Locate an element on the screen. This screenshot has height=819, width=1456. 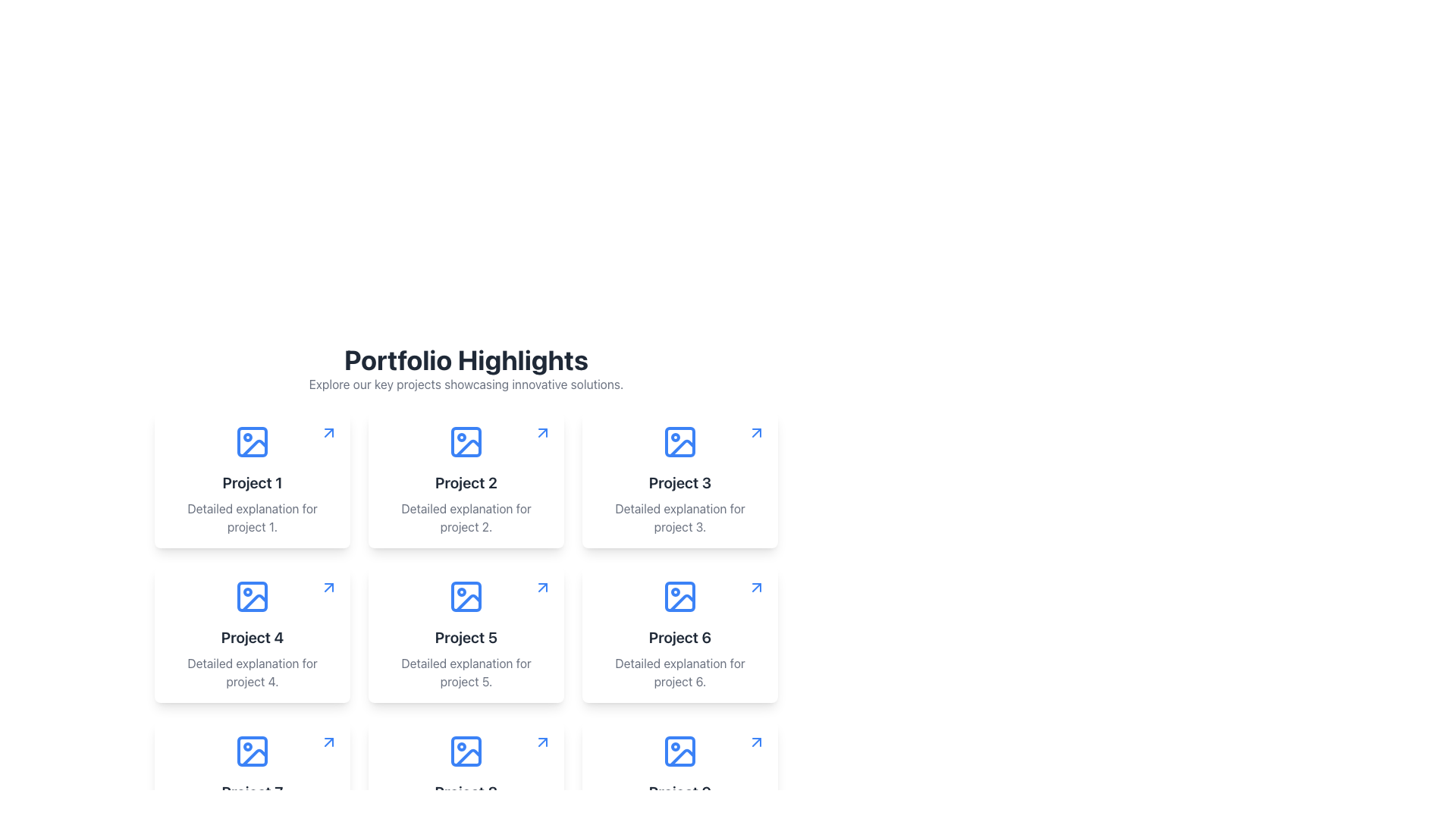
the blue gallery icon located at the top-center of the 'Project 2' card in the 'Portfolio Highlights' section is located at coordinates (465, 441).